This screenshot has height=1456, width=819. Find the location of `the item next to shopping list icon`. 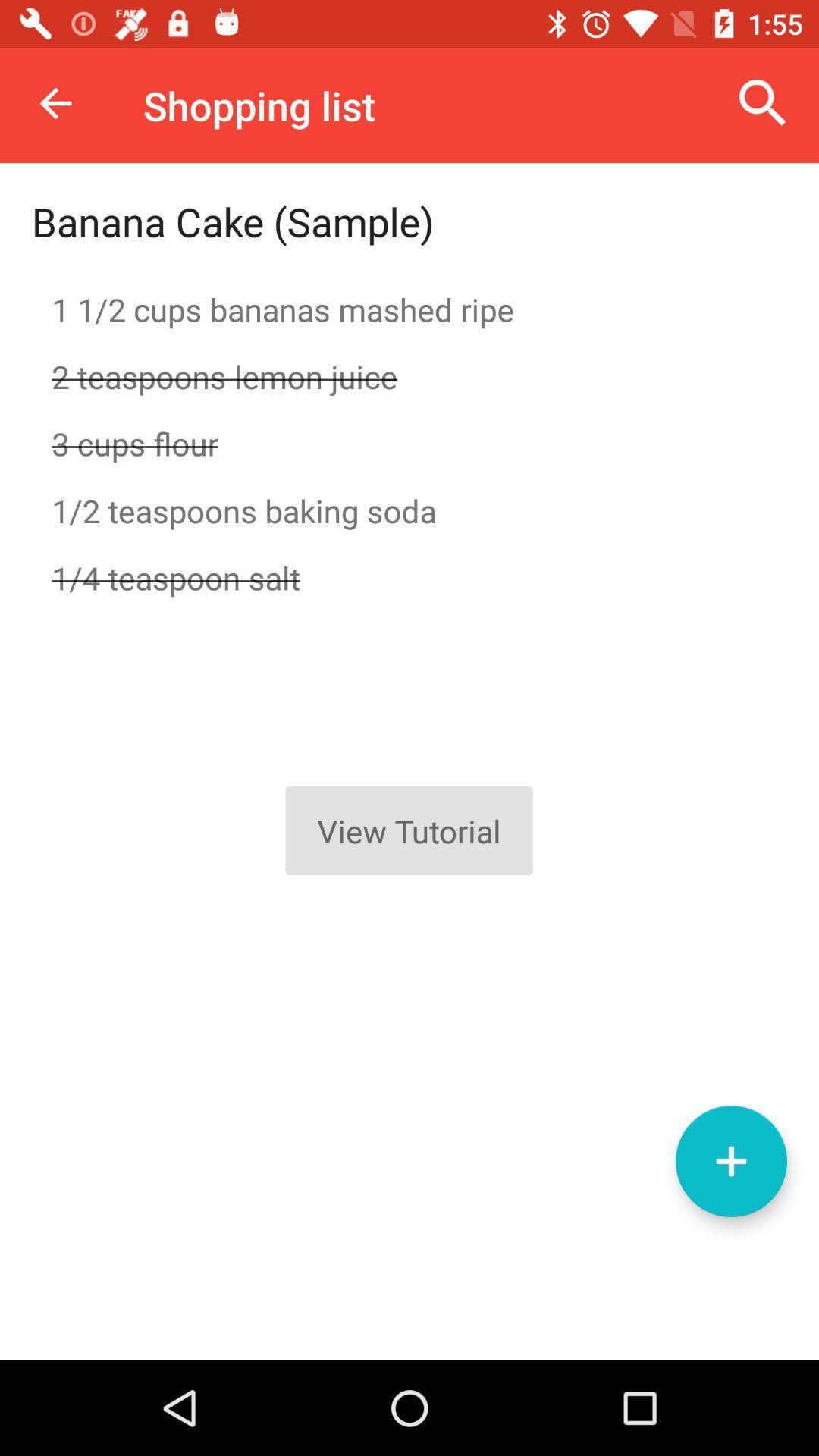

the item next to shopping list icon is located at coordinates (763, 102).